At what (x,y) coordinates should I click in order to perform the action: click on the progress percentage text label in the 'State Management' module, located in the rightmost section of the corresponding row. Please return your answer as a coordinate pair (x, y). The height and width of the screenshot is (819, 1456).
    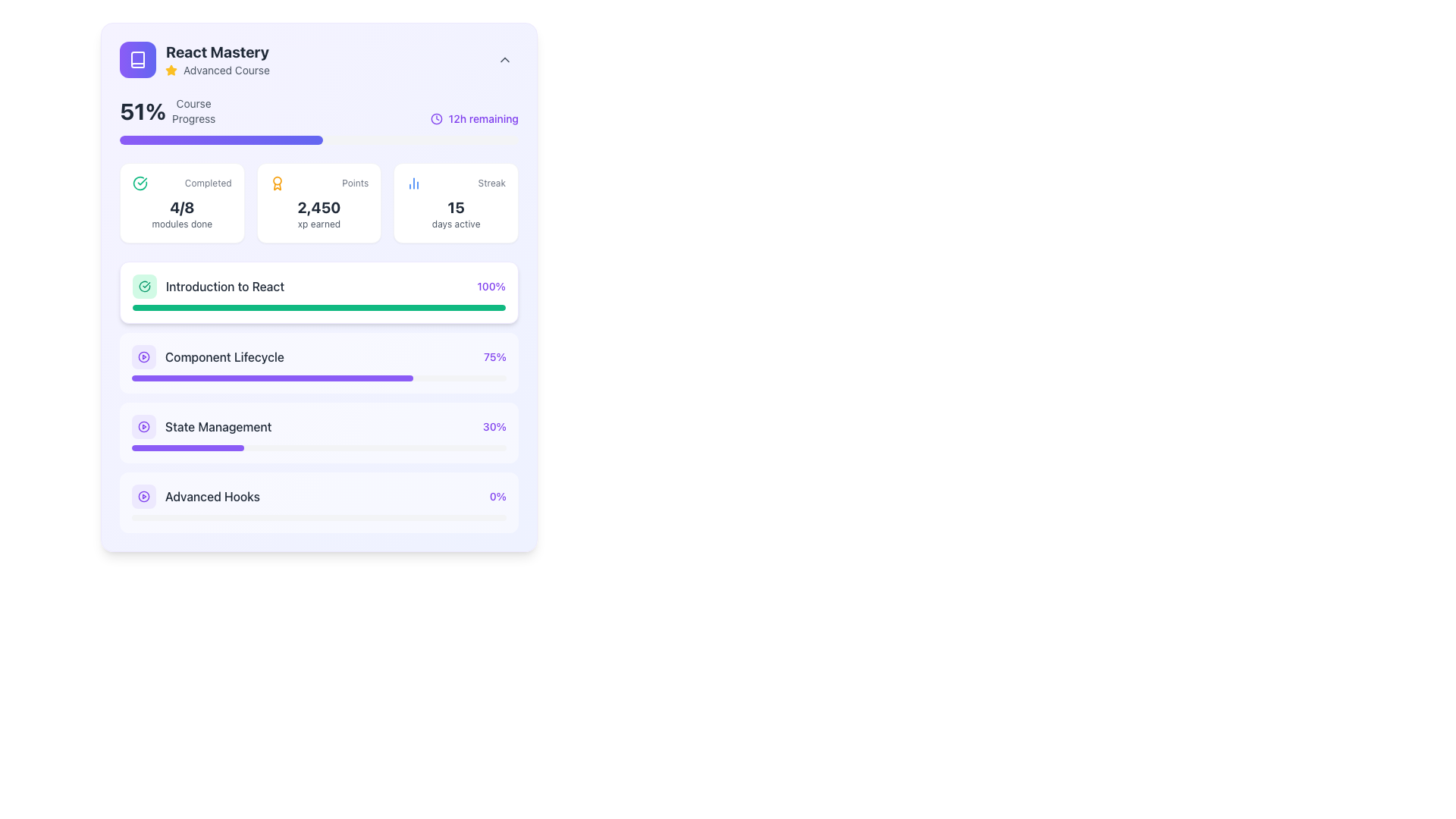
    Looking at the image, I should click on (494, 427).